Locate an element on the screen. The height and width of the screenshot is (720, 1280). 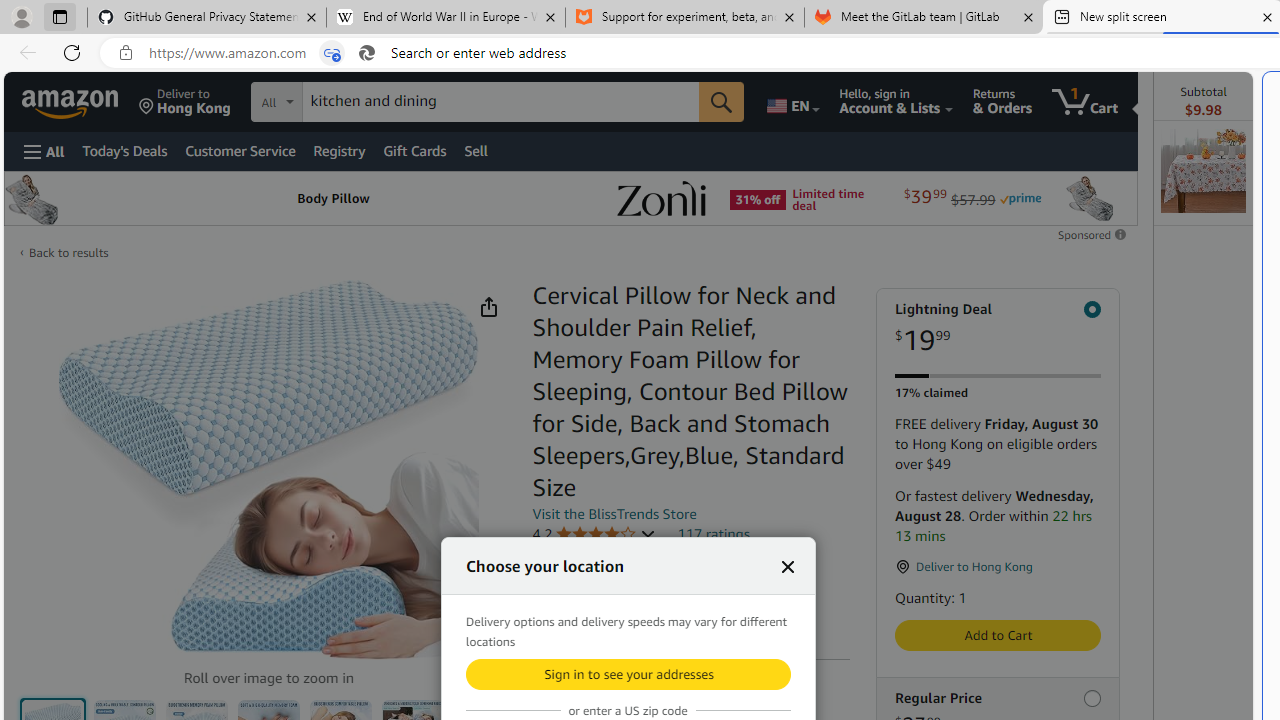
'Returns & Orders' is located at coordinates (1002, 101).